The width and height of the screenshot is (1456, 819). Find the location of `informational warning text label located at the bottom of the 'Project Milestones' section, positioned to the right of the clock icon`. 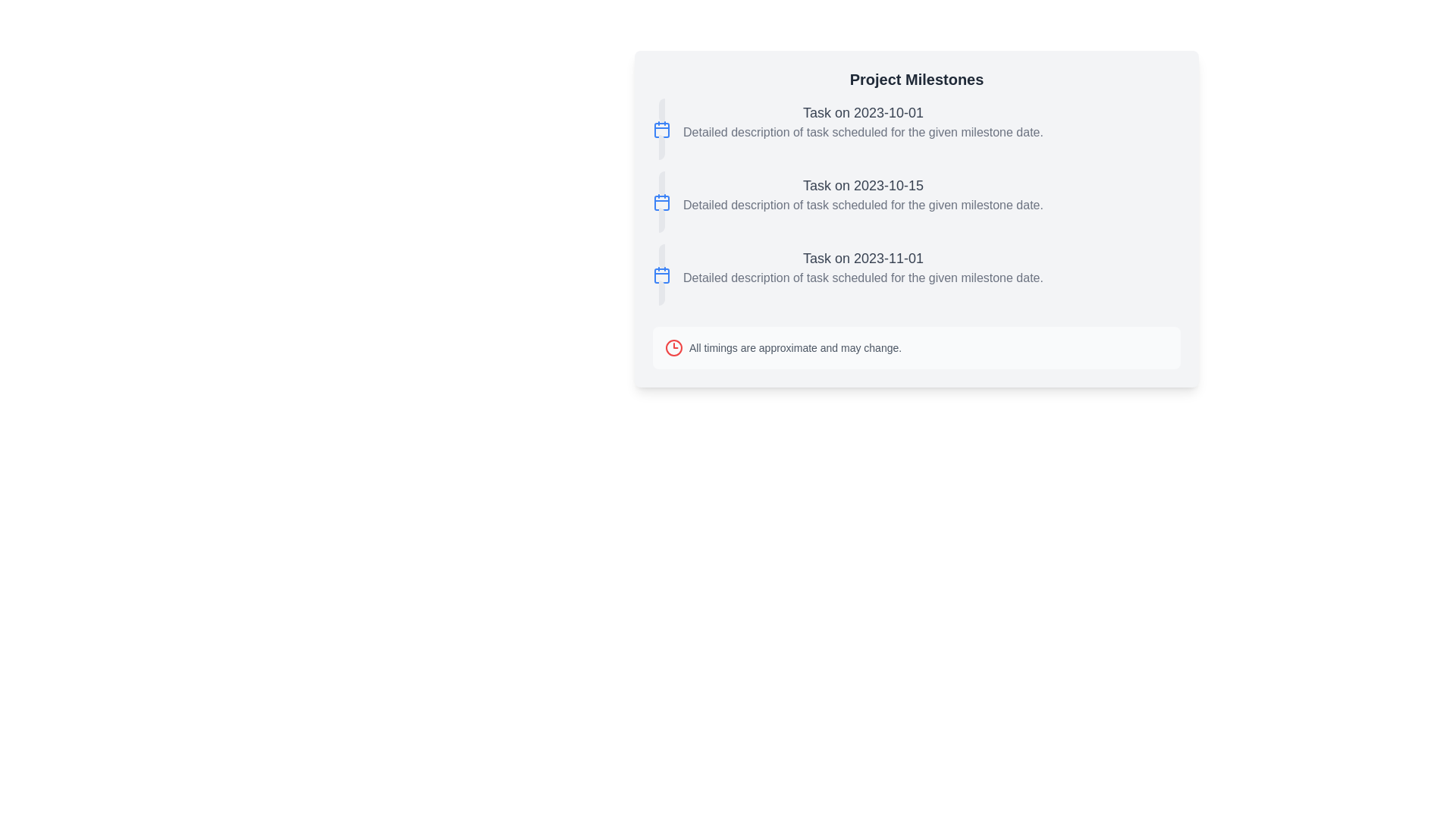

informational warning text label located at the bottom of the 'Project Milestones' section, positioned to the right of the clock icon is located at coordinates (795, 348).